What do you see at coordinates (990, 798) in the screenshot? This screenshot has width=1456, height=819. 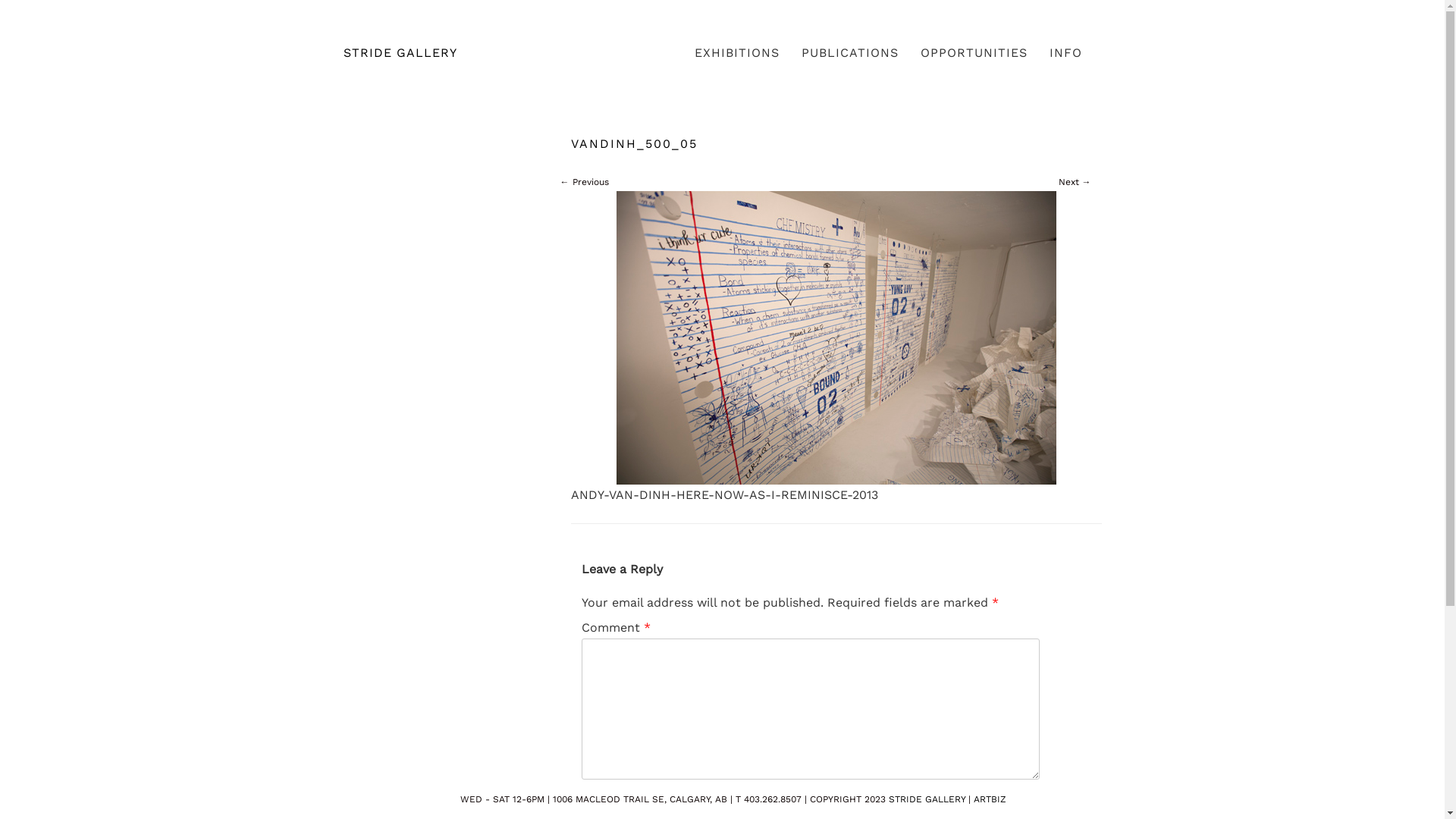 I see `'ARTBIZ'` at bounding box center [990, 798].